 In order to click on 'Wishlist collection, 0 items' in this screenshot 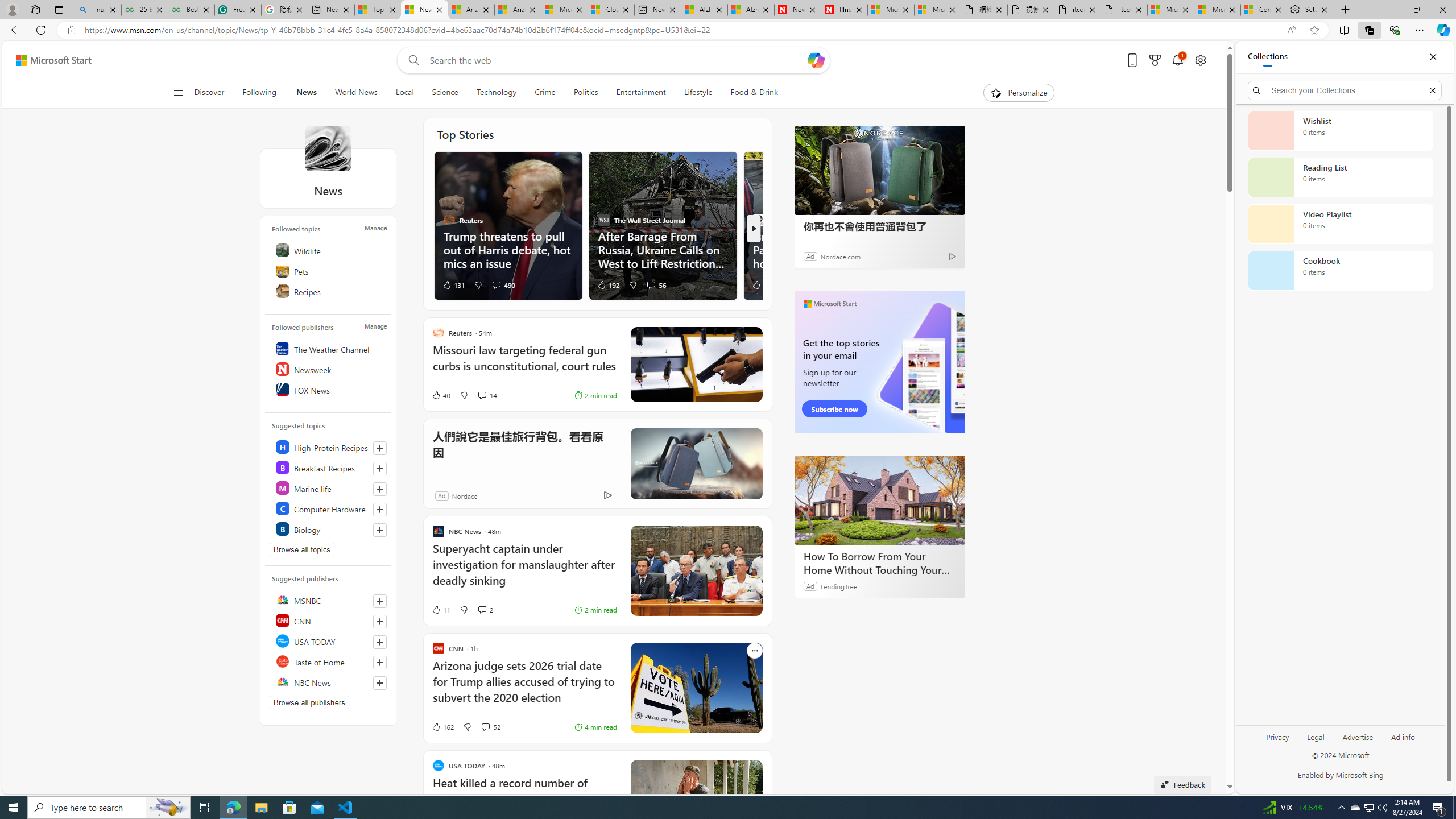, I will do `click(1340, 130)`.